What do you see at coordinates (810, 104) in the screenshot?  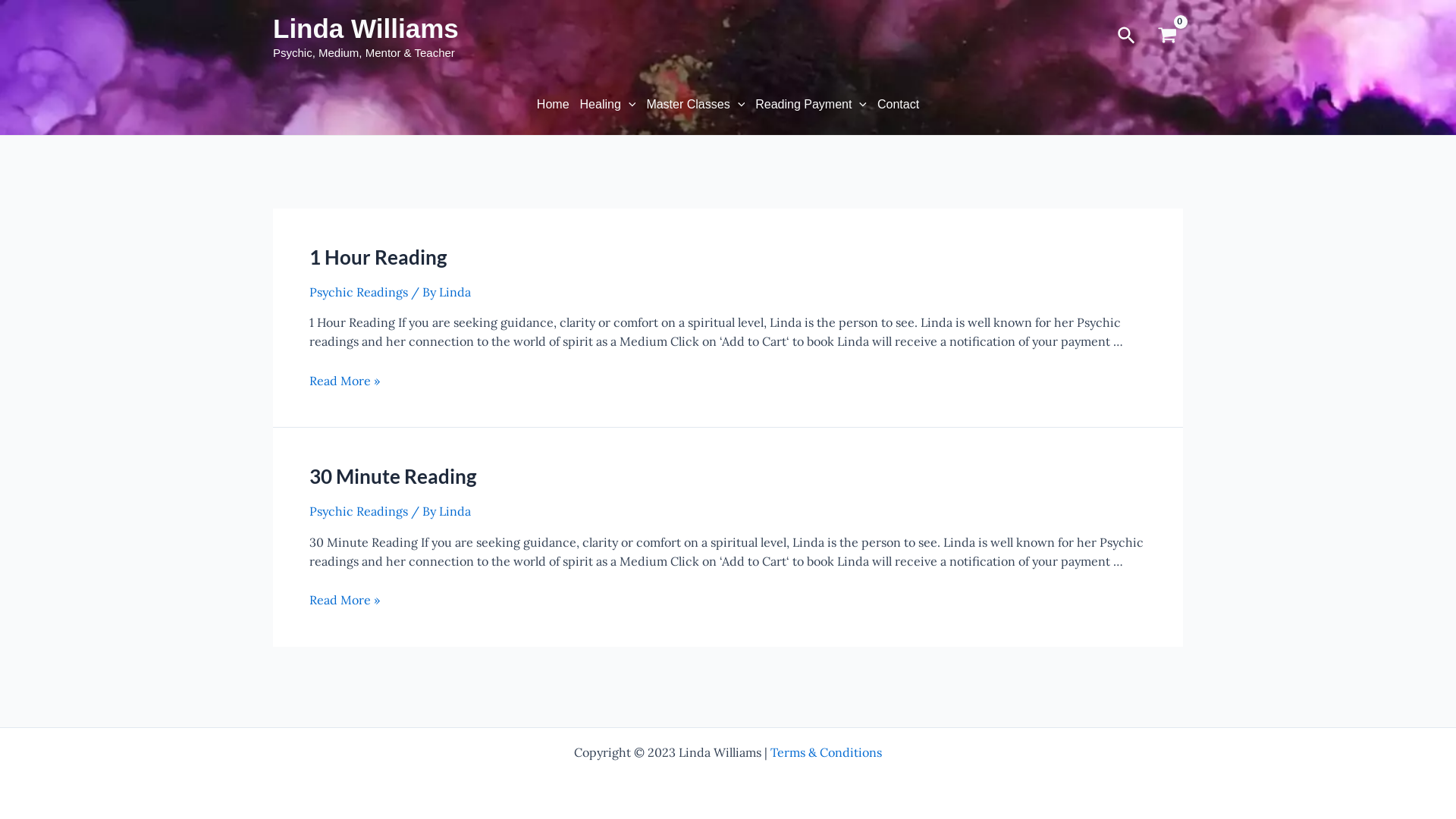 I see `'Reading Payment'` at bounding box center [810, 104].